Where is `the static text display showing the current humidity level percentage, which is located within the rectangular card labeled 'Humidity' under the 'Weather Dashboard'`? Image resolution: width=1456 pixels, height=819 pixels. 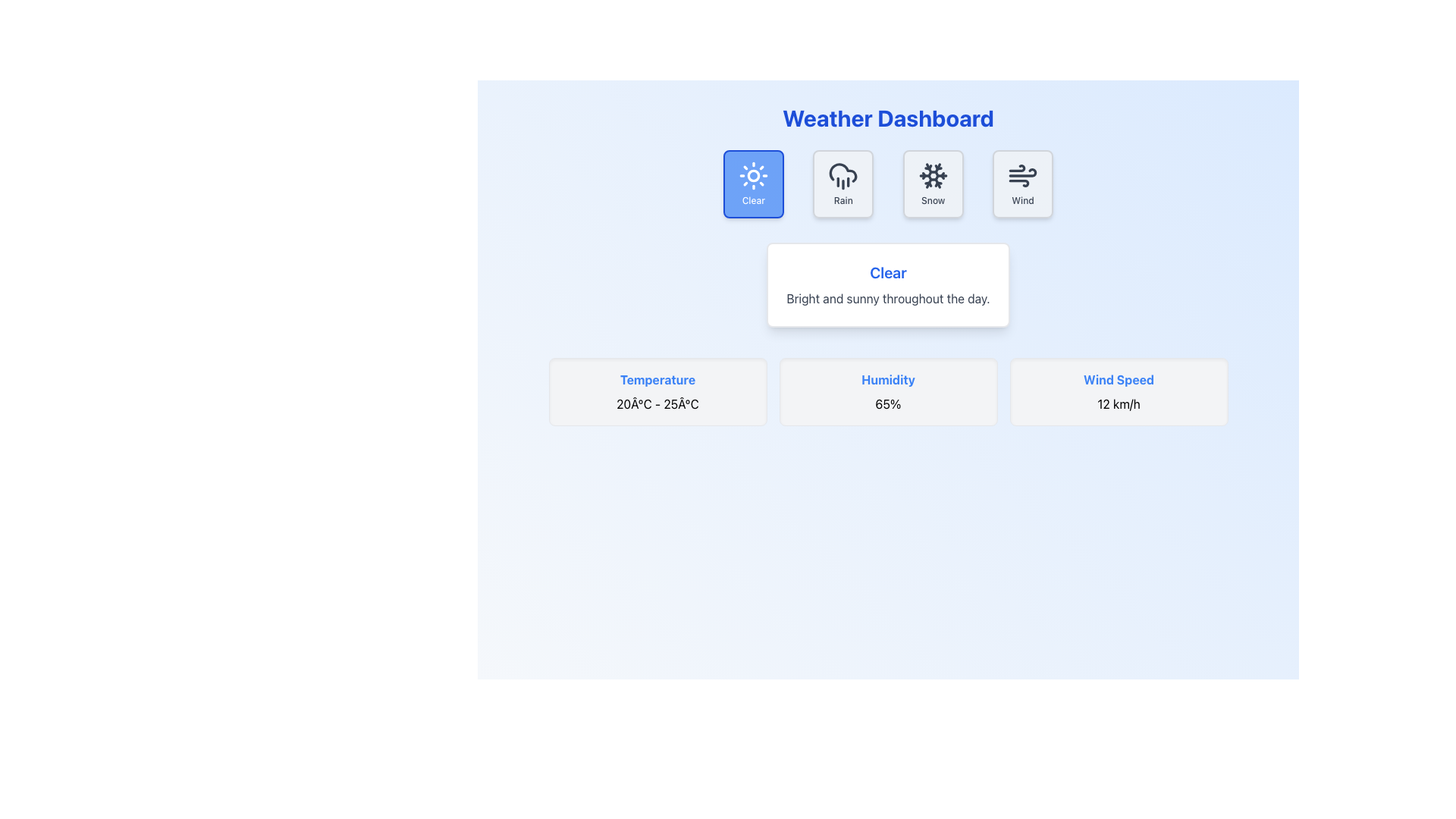 the static text display showing the current humidity level percentage, which is located within the rectangular card labeled 'Humidity' under the 'Weather Dashboard' is located at coordinates (888, 403).